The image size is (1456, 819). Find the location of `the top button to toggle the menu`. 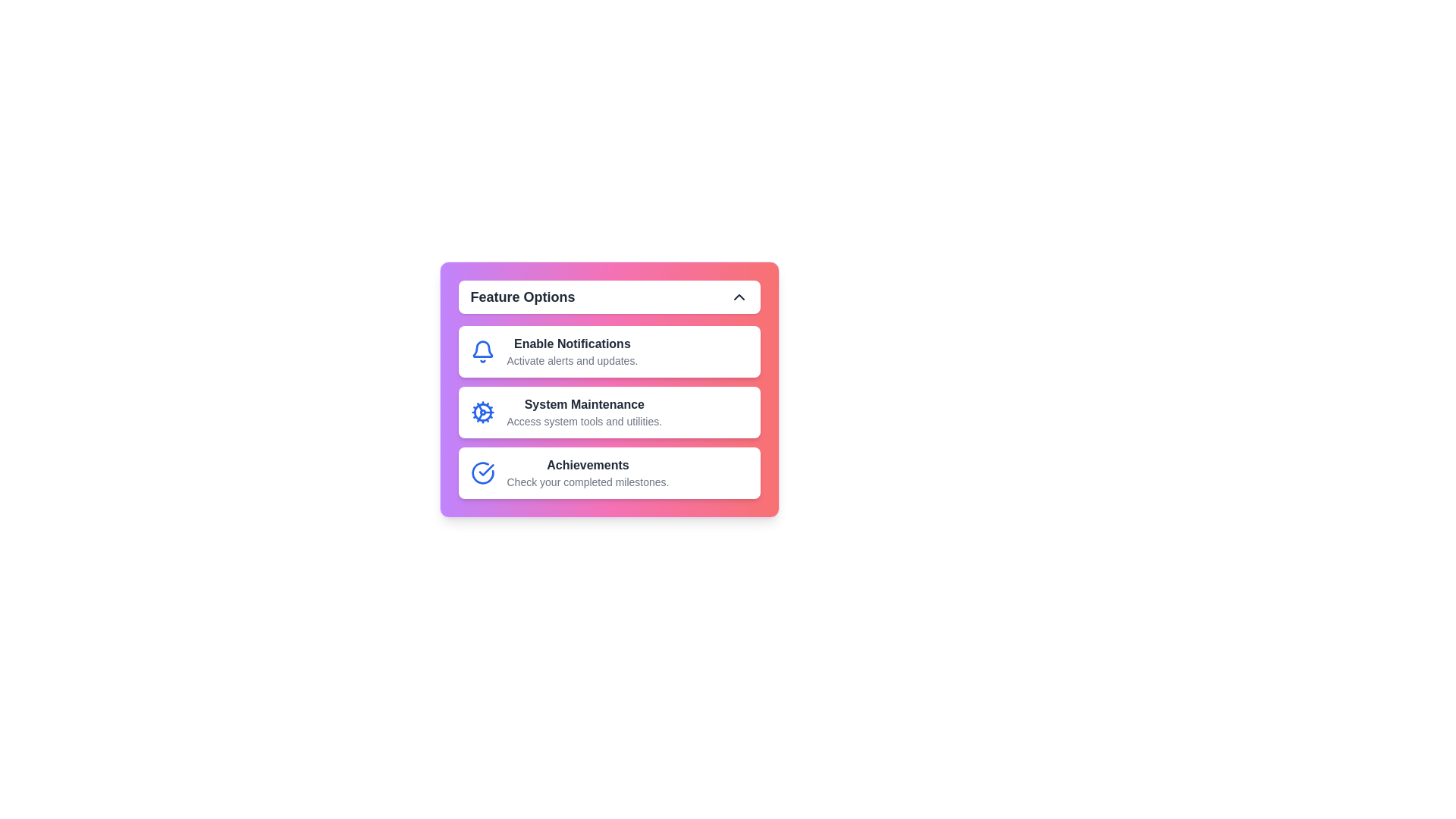

the top button to toggle the menu is located at coordinates (609, 297).